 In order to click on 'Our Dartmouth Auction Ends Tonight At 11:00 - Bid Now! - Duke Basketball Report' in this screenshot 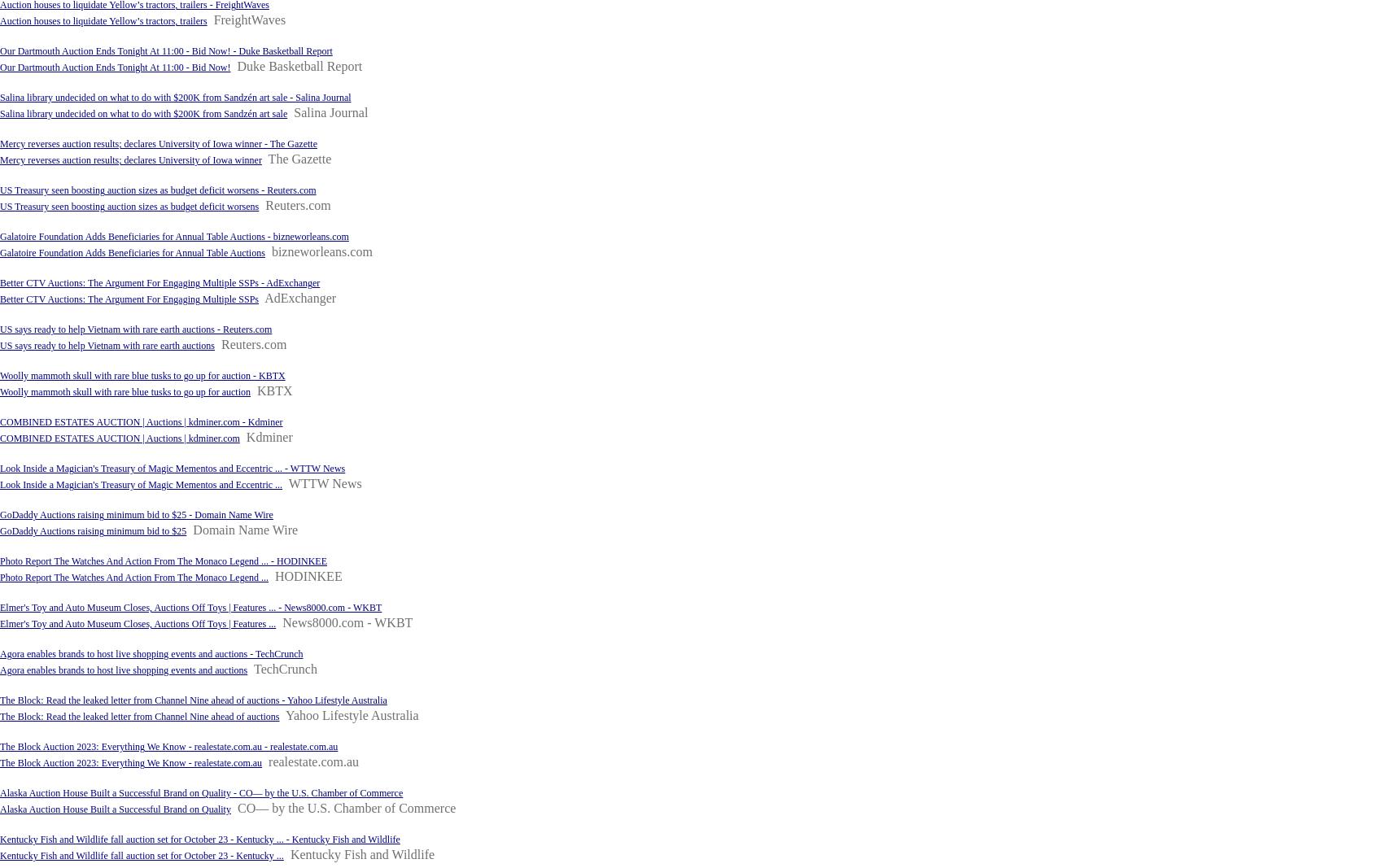, I will do `click(165, 50)`.